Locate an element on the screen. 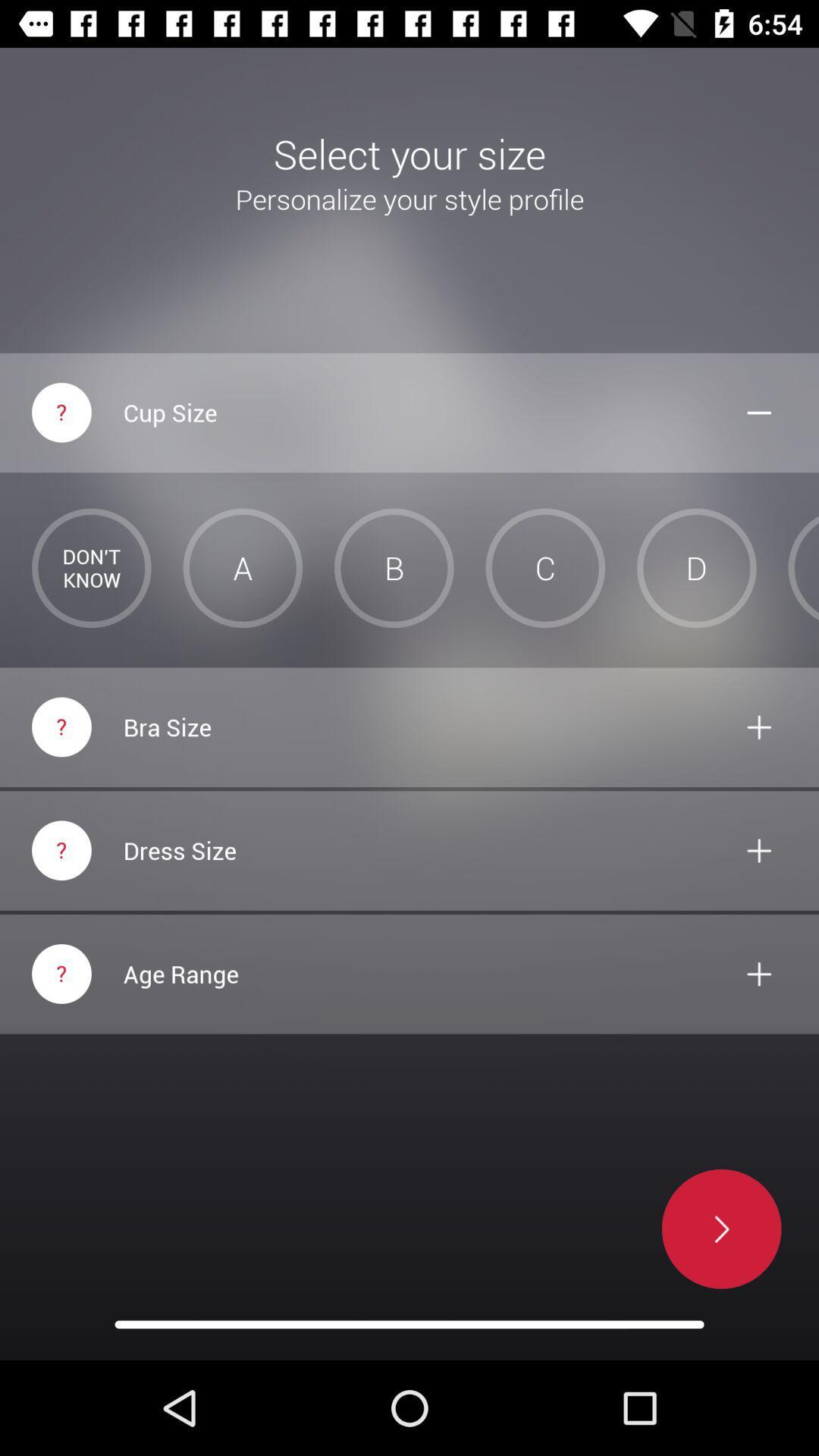 This screenshot has height=1456, width=819. the help icon is located at coordinates (61, 726).